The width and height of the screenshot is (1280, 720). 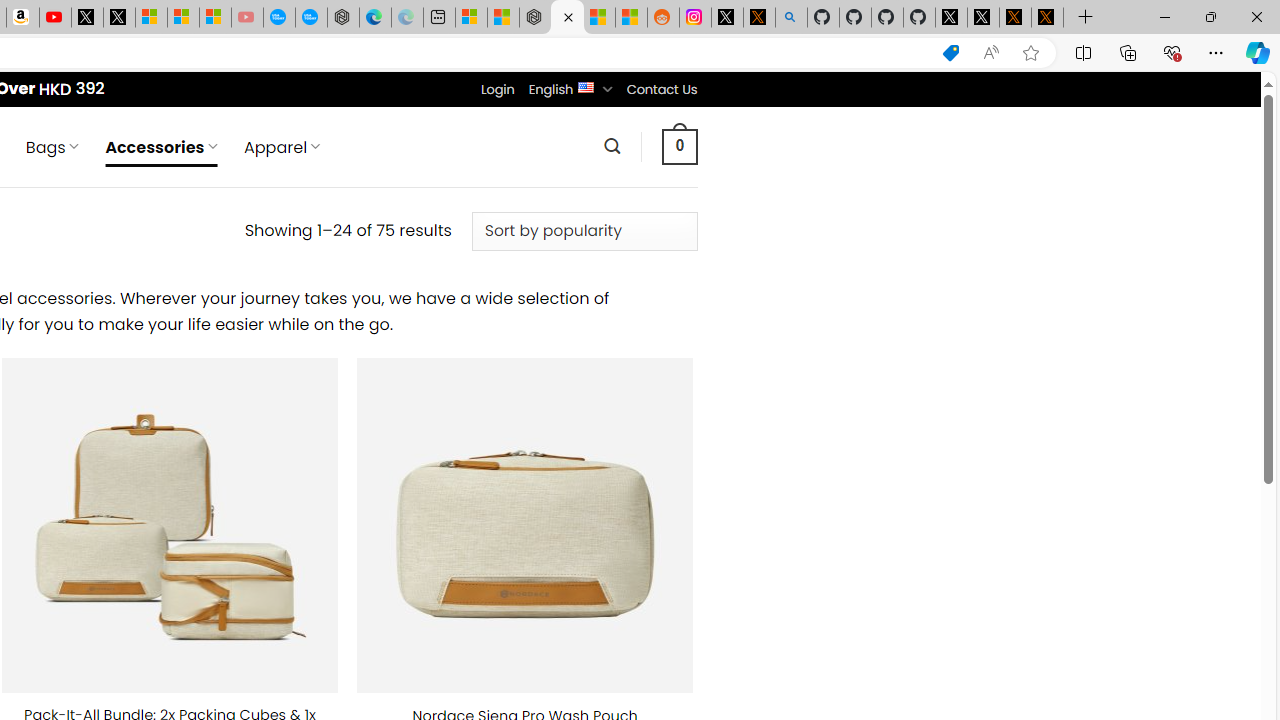 I want to click on 'X Privacy Policy', so click(x=1046, y=17).